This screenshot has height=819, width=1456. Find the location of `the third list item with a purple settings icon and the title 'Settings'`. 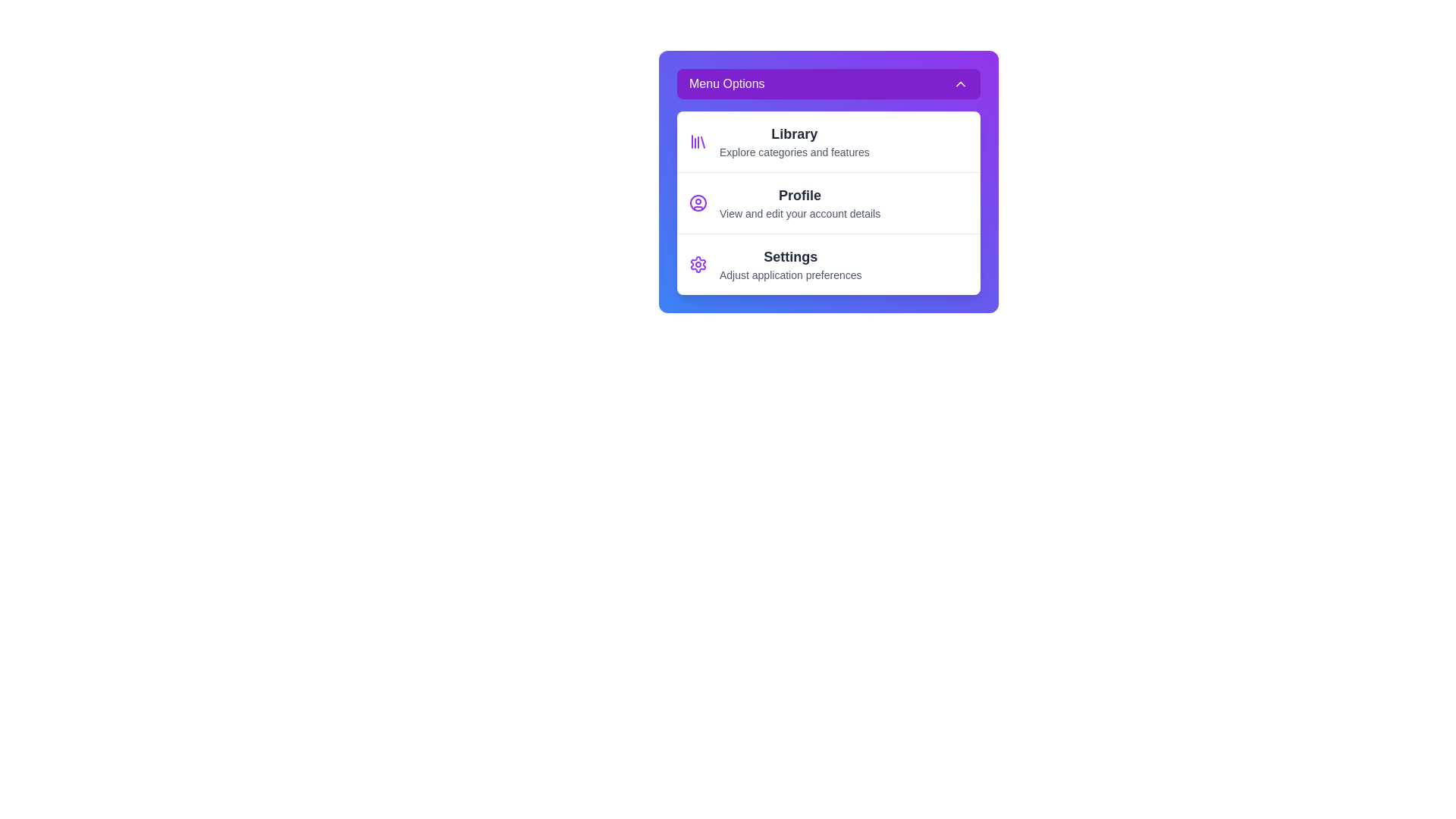

the third list item with a purple settings icon and the title 'Settings' is located at coordinates (828, 263).